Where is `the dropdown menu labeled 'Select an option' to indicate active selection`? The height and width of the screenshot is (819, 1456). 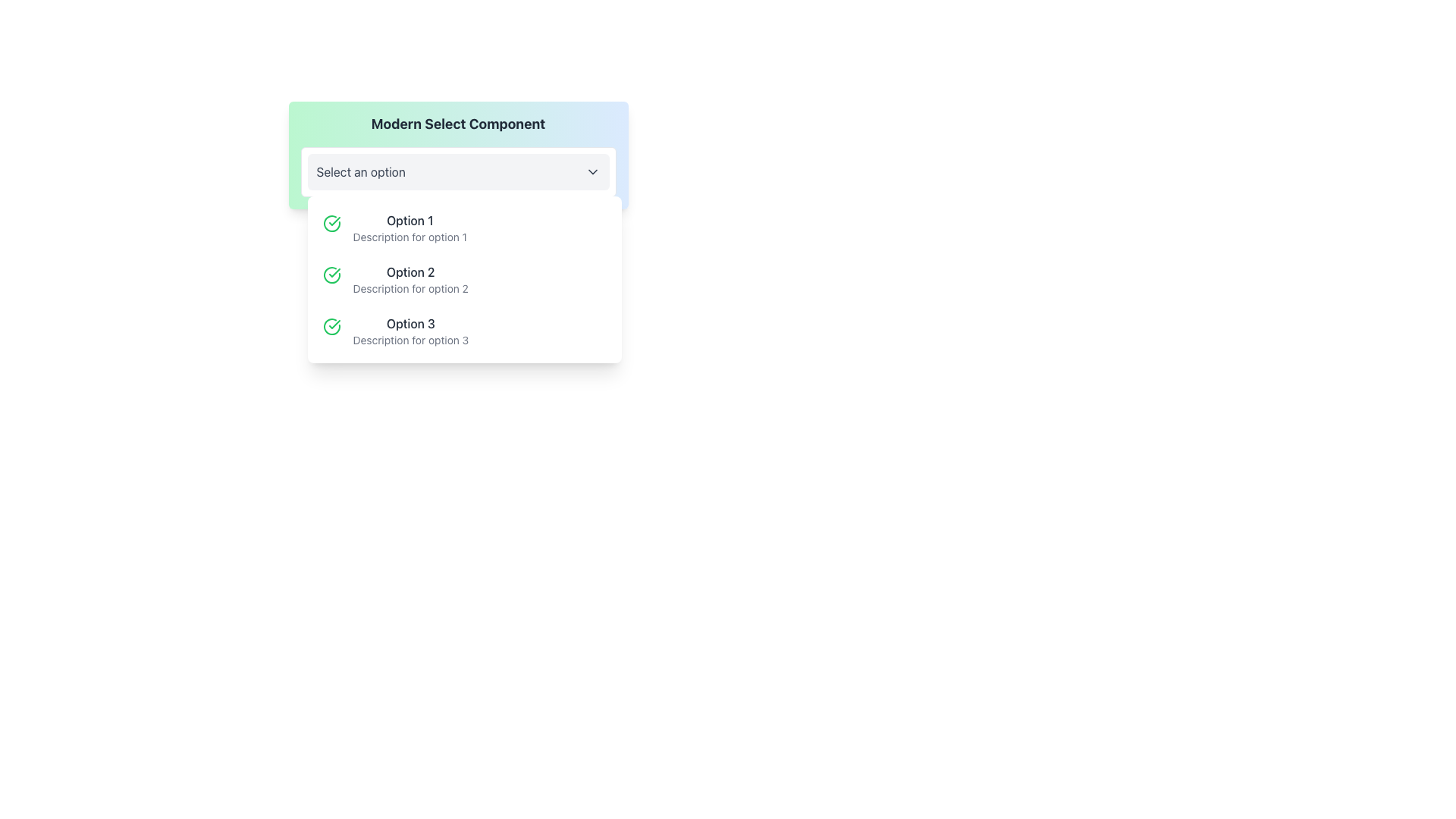 the dropdown menu labeled 'Select an option' to indicate active selection is located at coordinates (457, 171).